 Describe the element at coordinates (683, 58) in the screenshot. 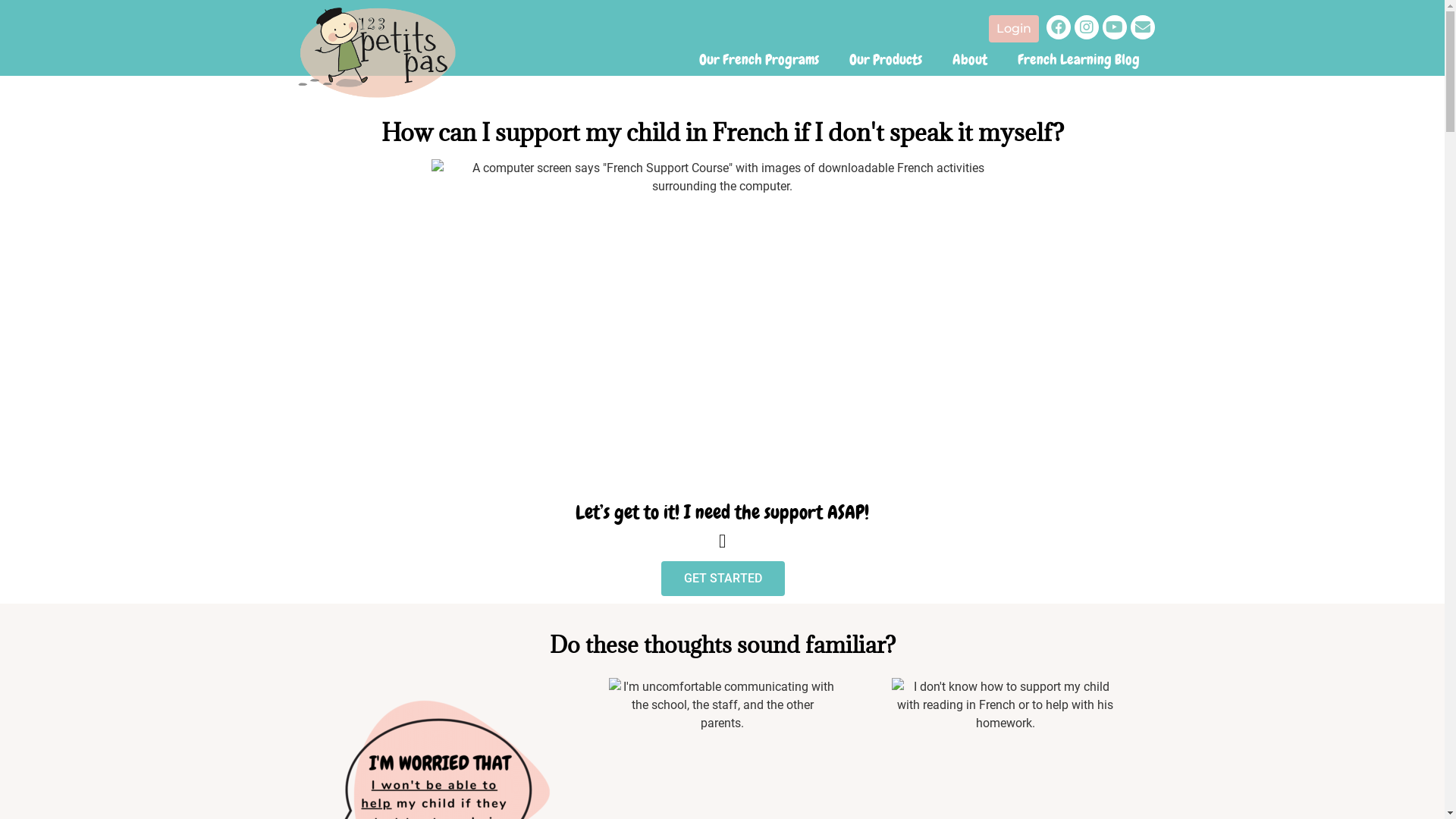

I see `'Our French Programs'` at that location.